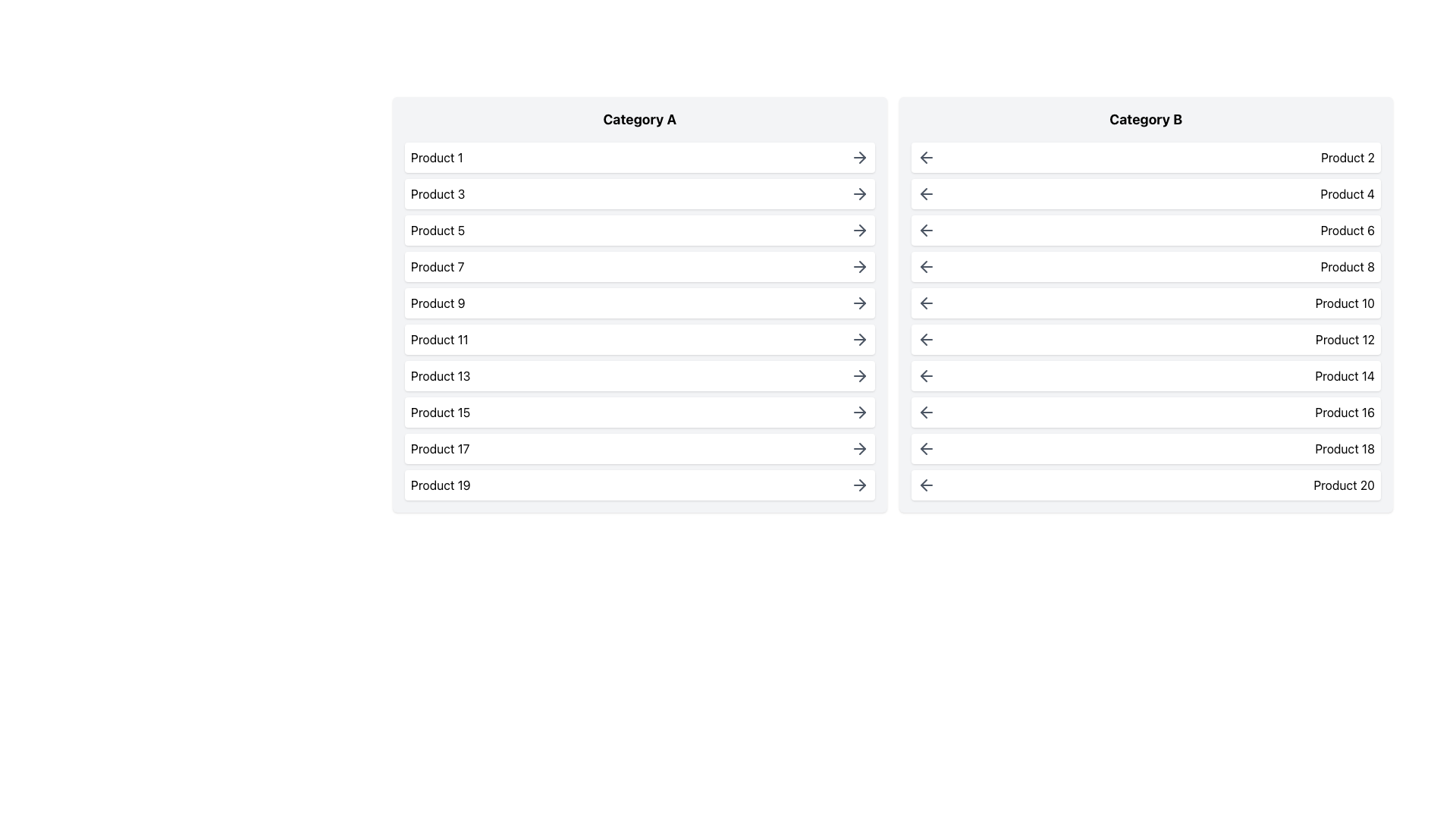  I want to click on the left-pointing arrow icon button in the 'Category B' section, adjacent to the label text of 'Product 14', so click(925, 375).